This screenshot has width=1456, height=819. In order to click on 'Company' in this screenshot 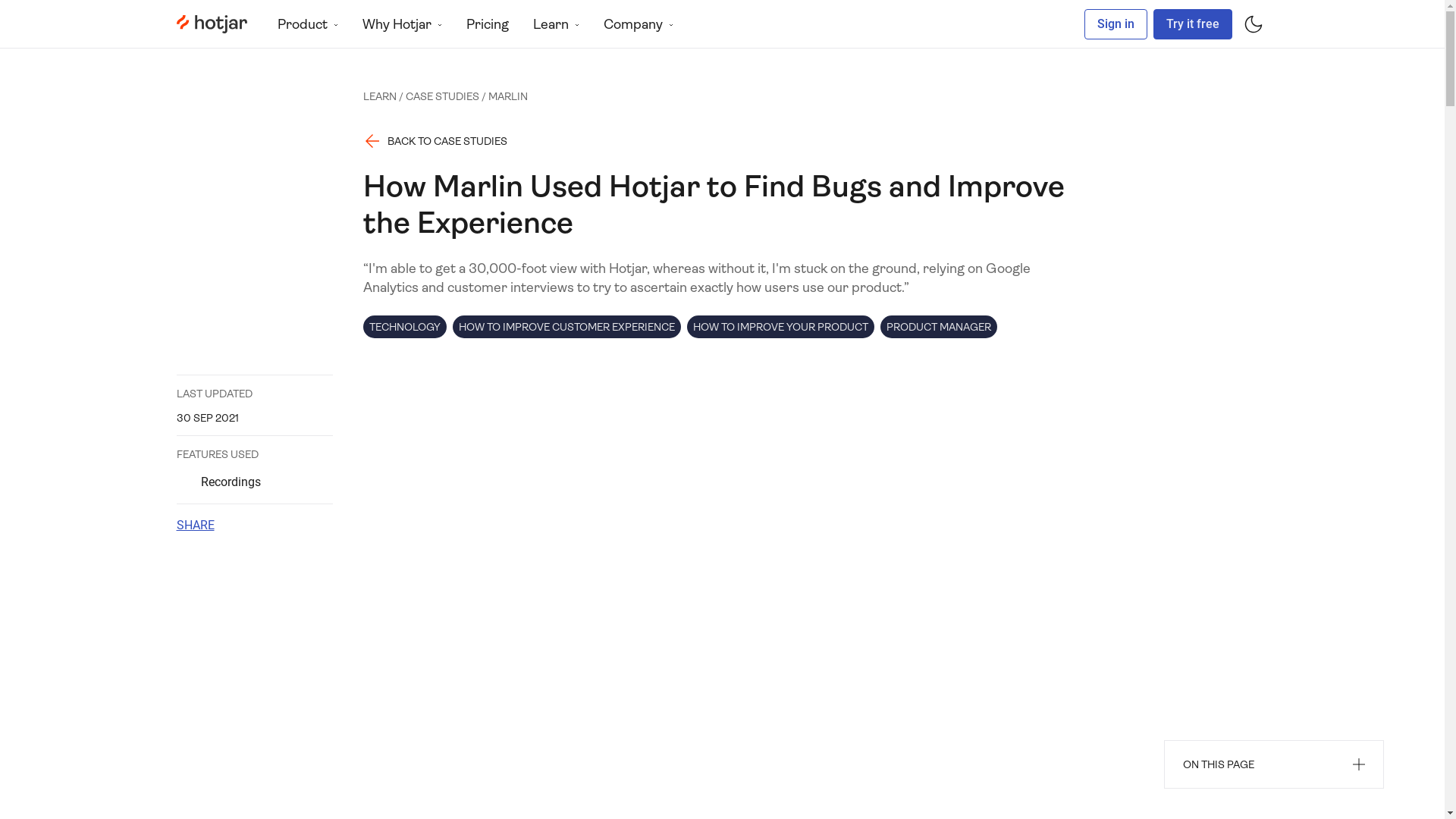, I will do `click(638, 24)`.